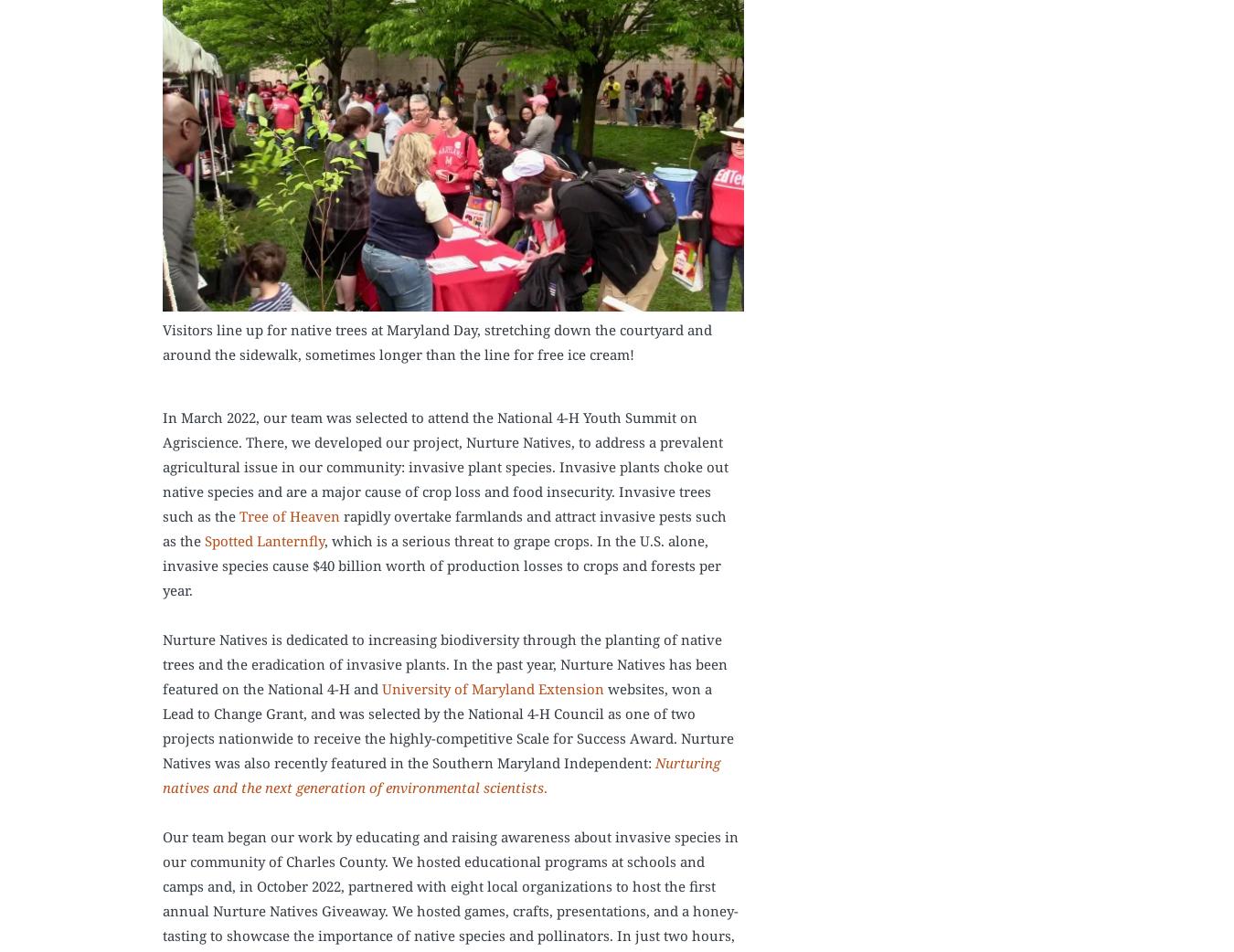 Image resolution: width=1234 pixels, height=952 pixels. What do you see at coordinates (441, 565) in the screenshot?
I see `', which is a serious threat to grape crops. In the U.S. alone, invasive species cause $40 billion worth of production losses to crops and forests per year.'` at bounding box center [441, 565].